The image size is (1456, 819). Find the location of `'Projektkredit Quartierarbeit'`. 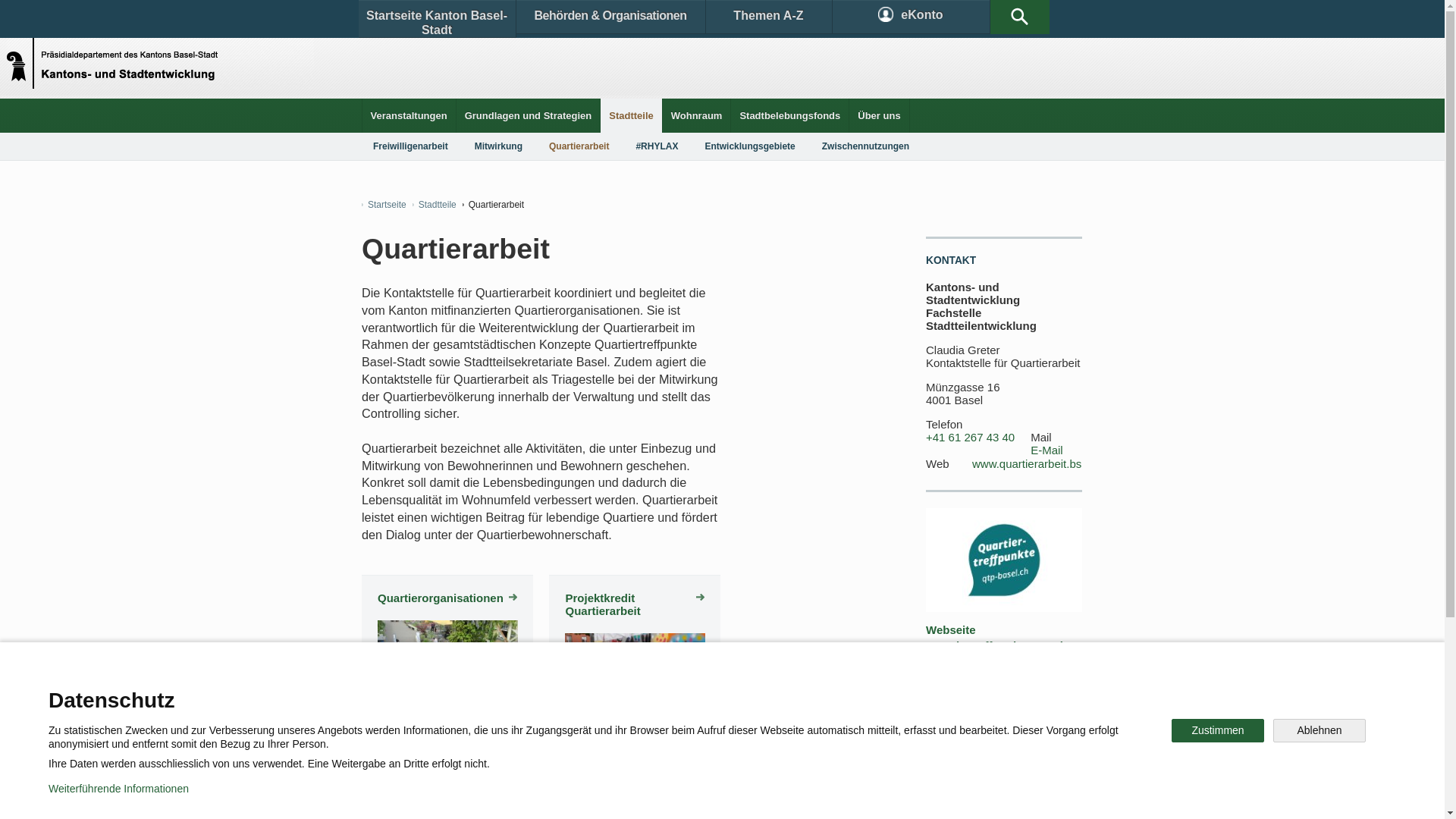

'Projektkredit Quartierarbeit' is located at coordinates (634, 604).